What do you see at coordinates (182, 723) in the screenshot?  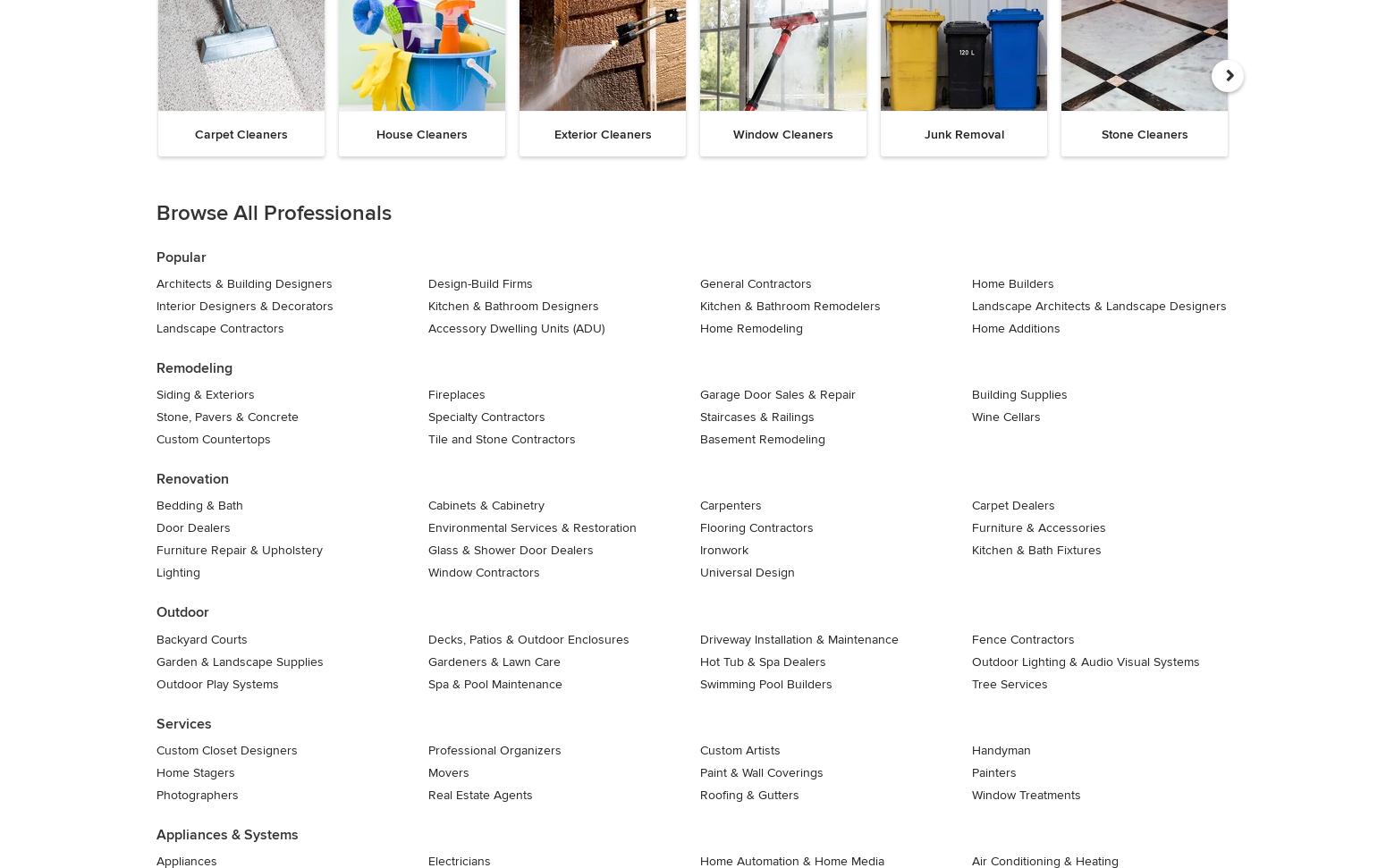 I see `'Services'` at bounding box center [182, 723].